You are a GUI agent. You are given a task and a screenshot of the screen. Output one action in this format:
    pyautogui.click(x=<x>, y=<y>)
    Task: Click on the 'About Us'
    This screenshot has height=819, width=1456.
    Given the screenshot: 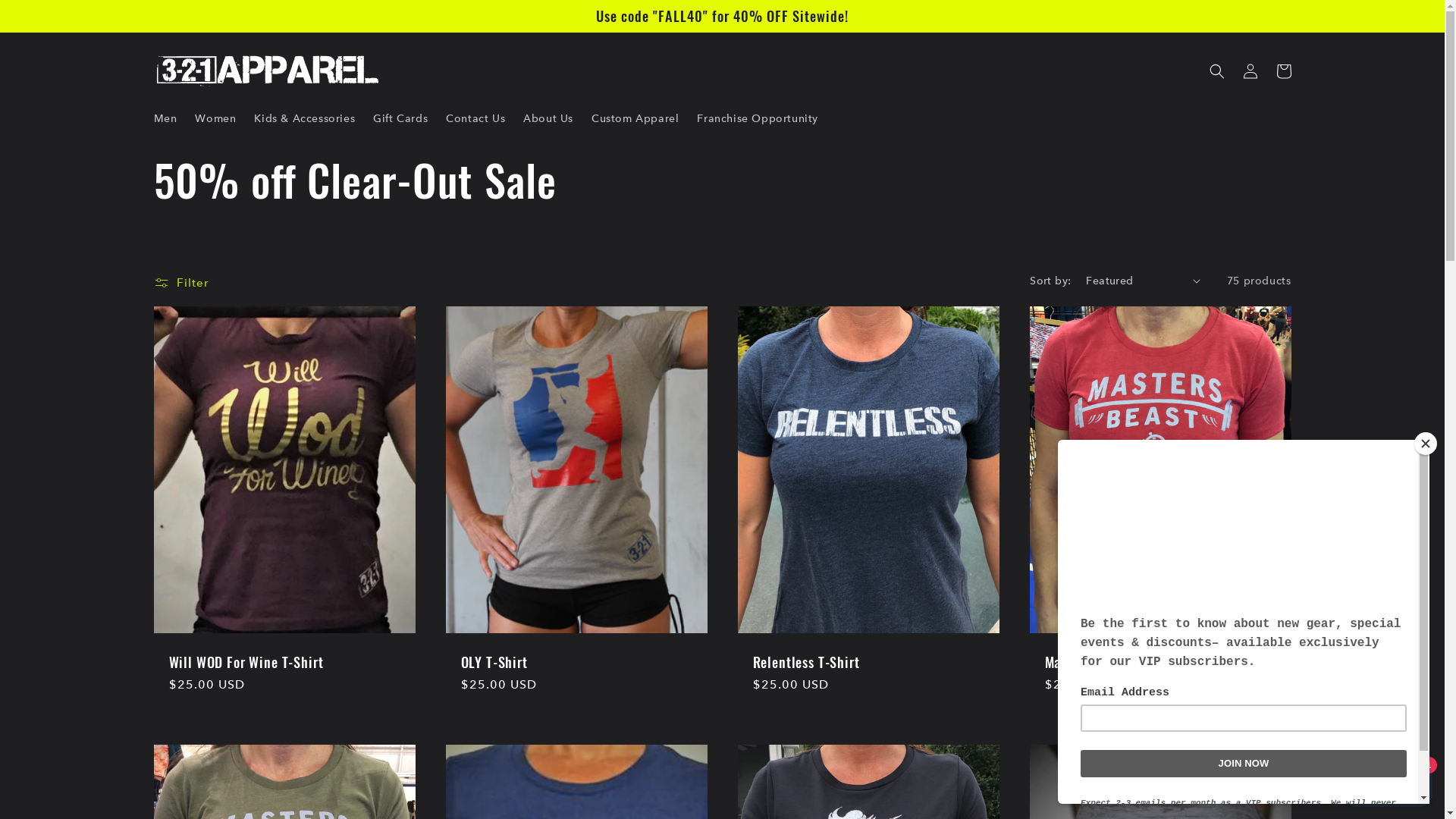 What is the action you would take?
    pyautogui.click(x=513, y=117)
    